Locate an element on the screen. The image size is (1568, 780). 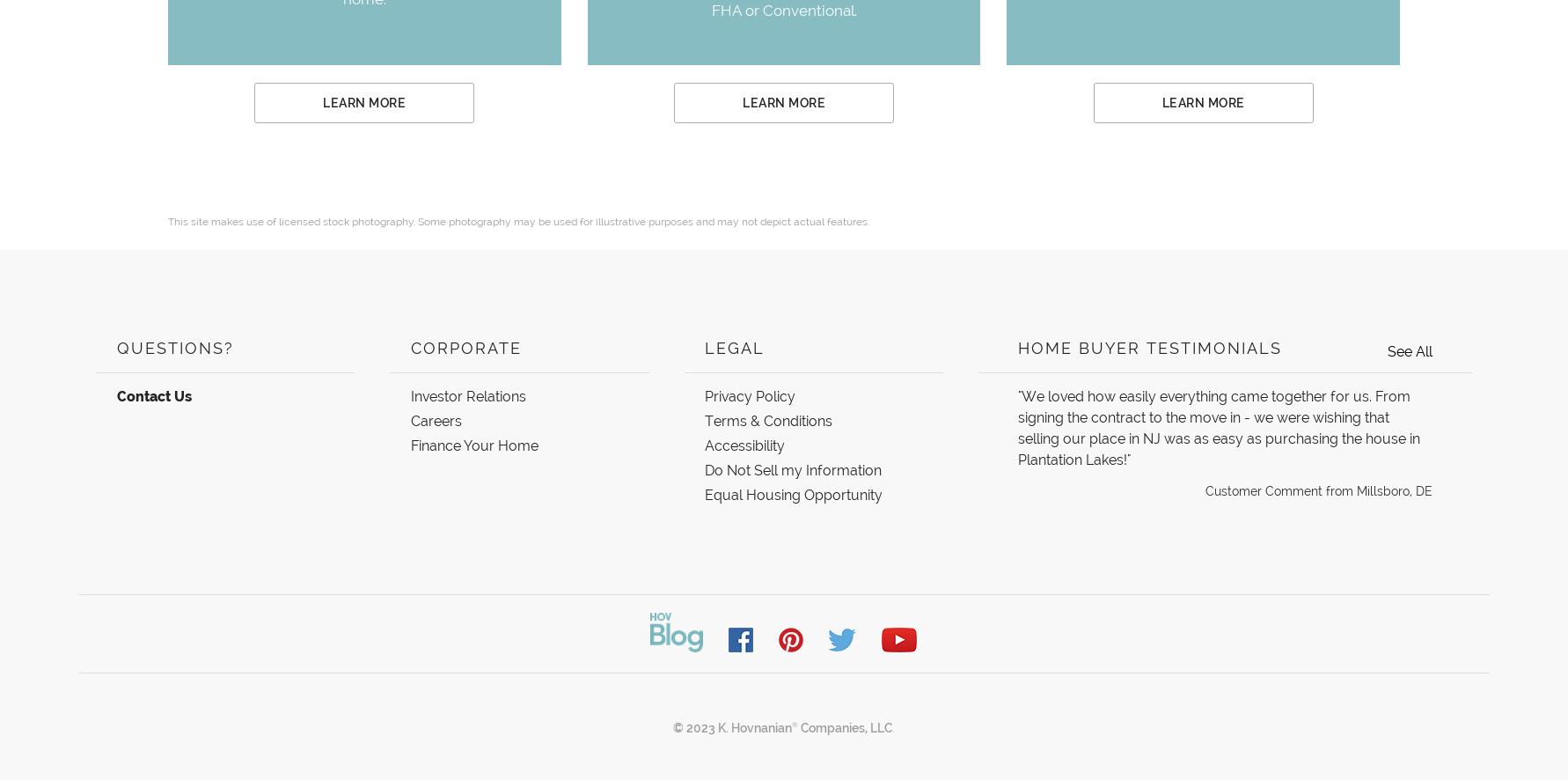
'See All' is located at coordinates (1409, 351).